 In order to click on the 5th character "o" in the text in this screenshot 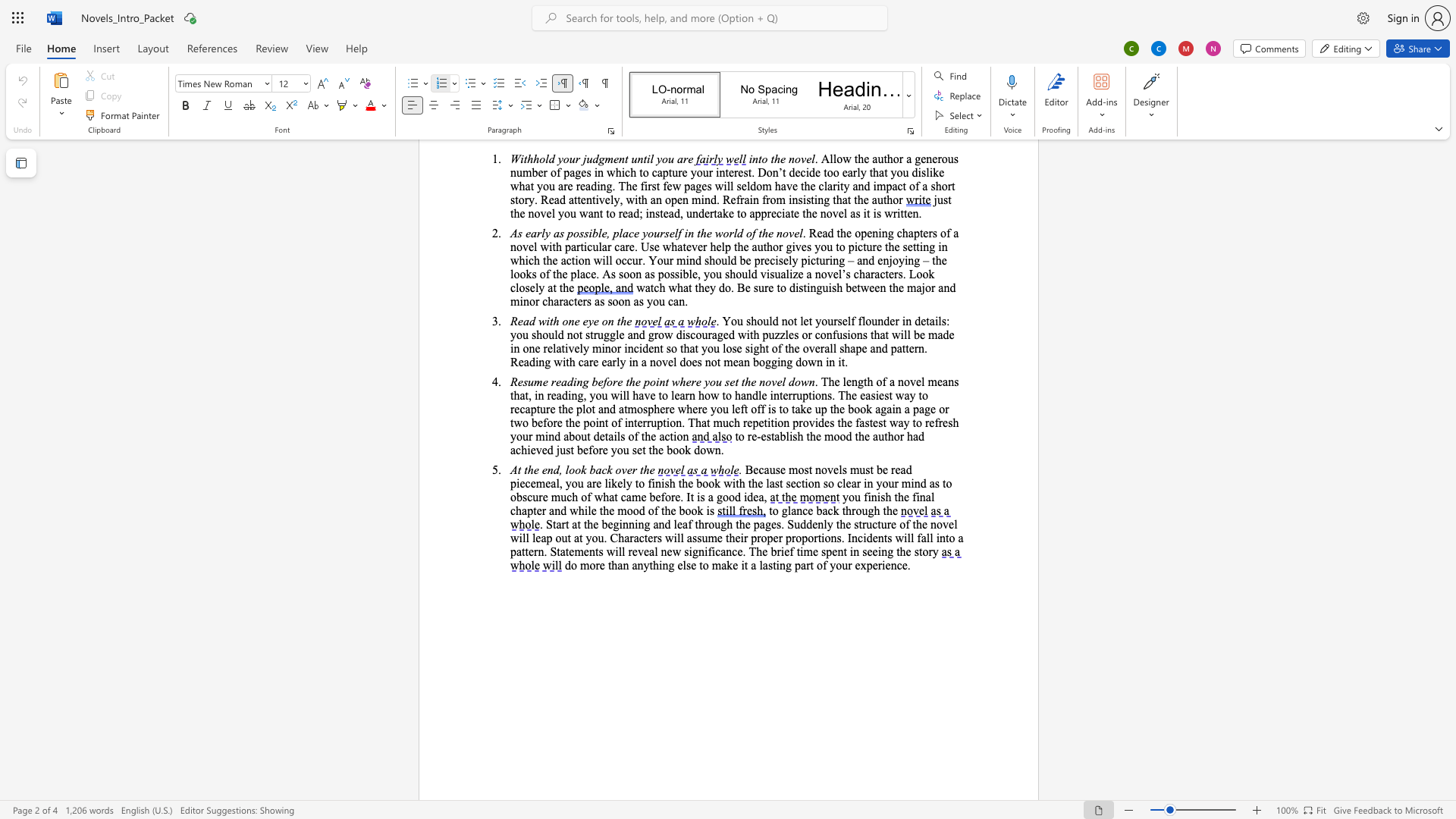, I will do `click(693, 510)`.